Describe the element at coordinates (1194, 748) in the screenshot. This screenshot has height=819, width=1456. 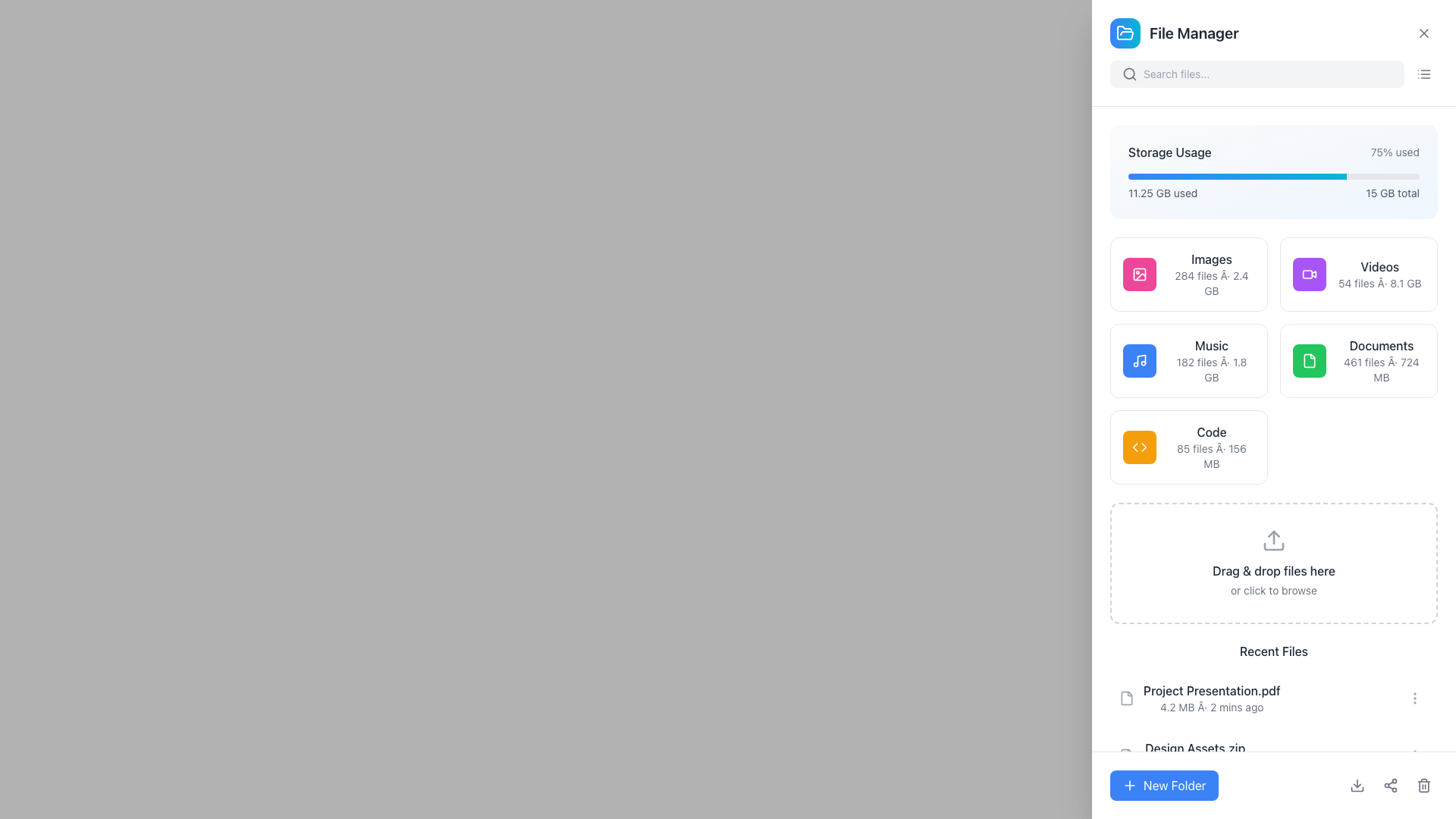
I see `text label for the file entry named 'Design Assets.zip' located in the recent files listing of the file manager, positioned above the 'New Folder' button and below 'Project Presentation.pdf'` at that location.